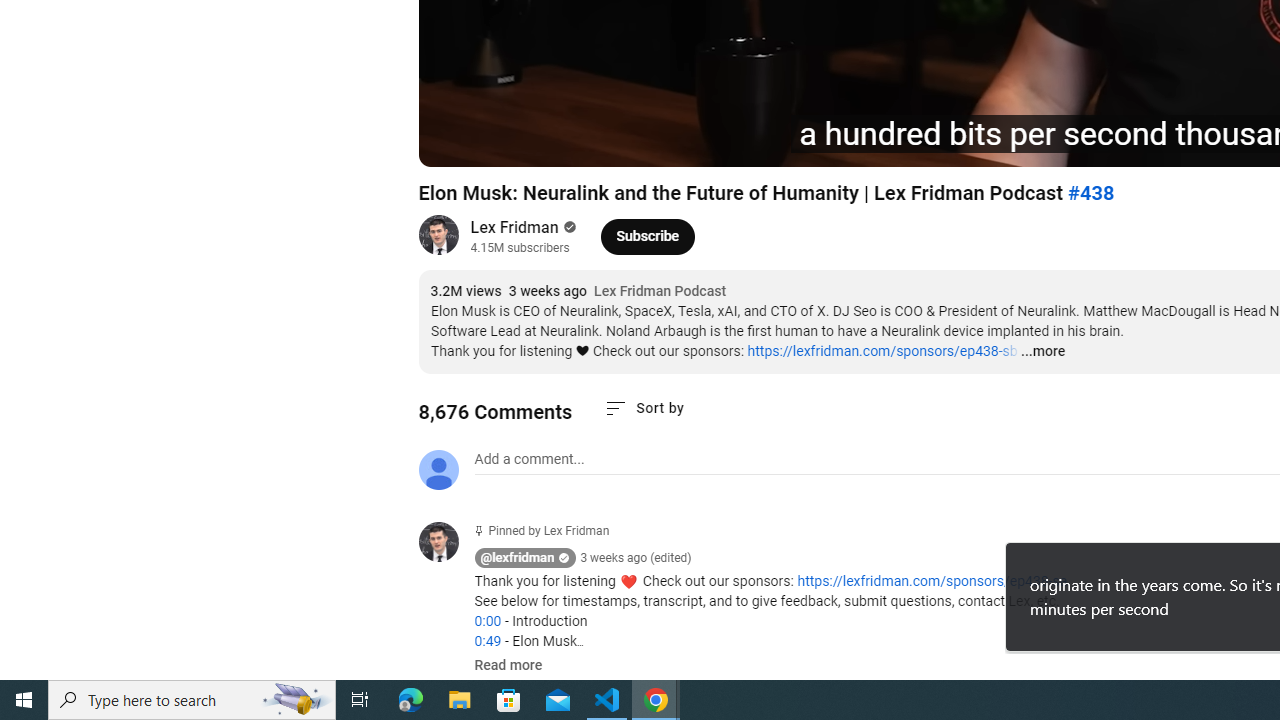 The height and width of the screenshot is (720, 1280). What do you see at coordinates (487, 620) in the screenshot?
I see `'0:00'` at bounding box center [487, 620].